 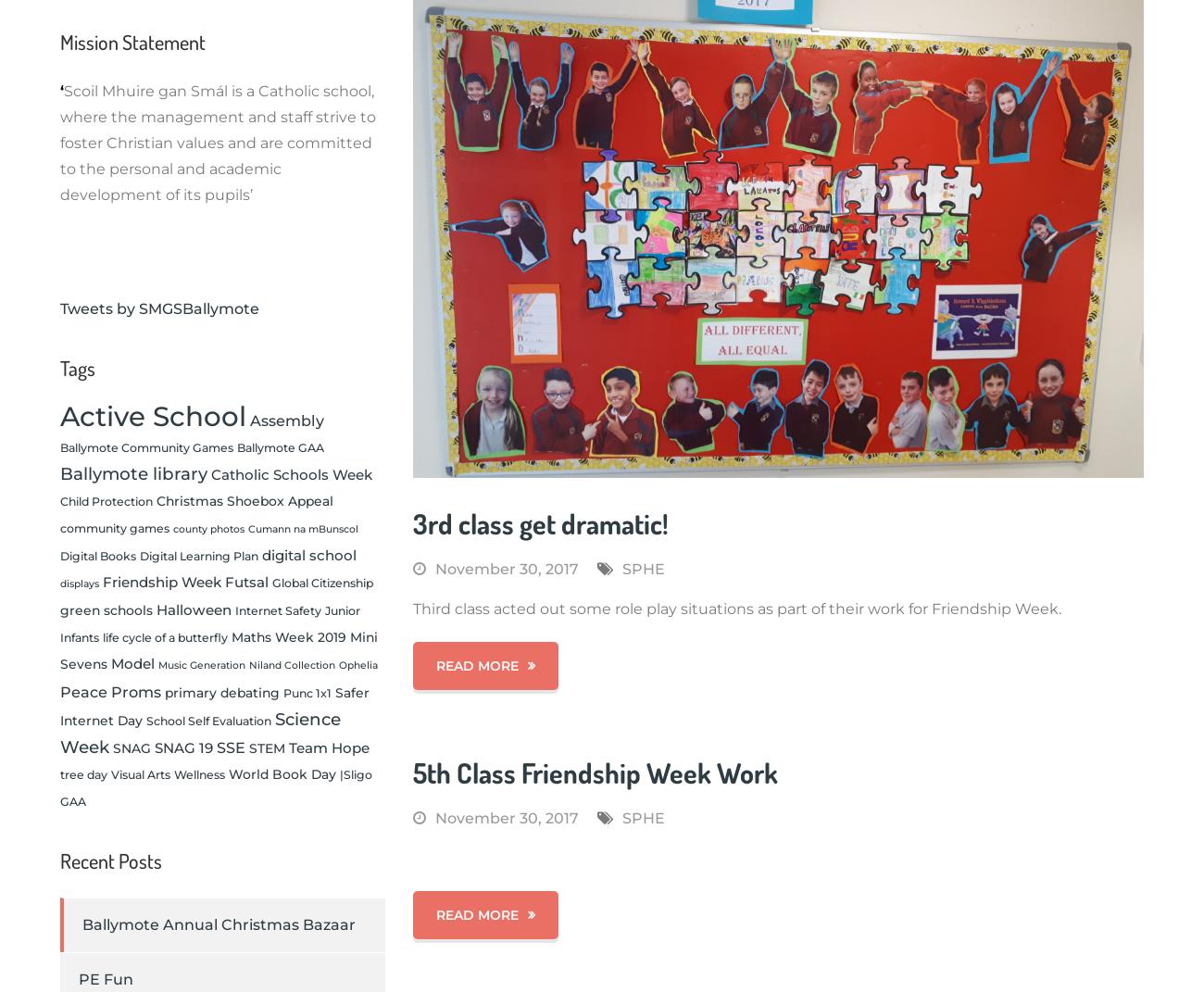 I want to click on 'Ballymote library', so click(x=132, y=472).